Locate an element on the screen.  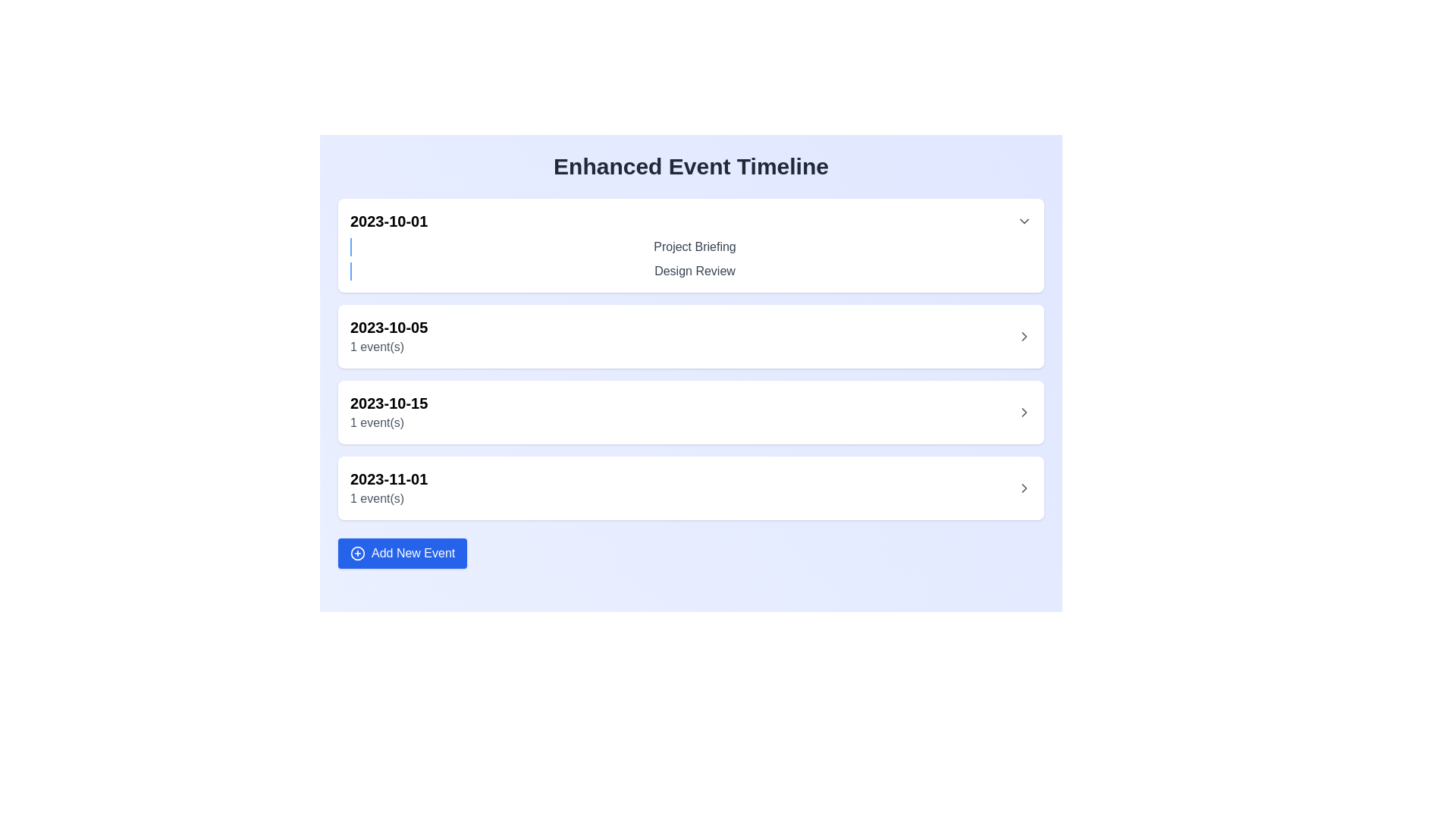
the right-oriented arrow-shaped icon representing forward actions, located in the timeline for the date '2023-10-05' is located at coordinates (1024, 335).